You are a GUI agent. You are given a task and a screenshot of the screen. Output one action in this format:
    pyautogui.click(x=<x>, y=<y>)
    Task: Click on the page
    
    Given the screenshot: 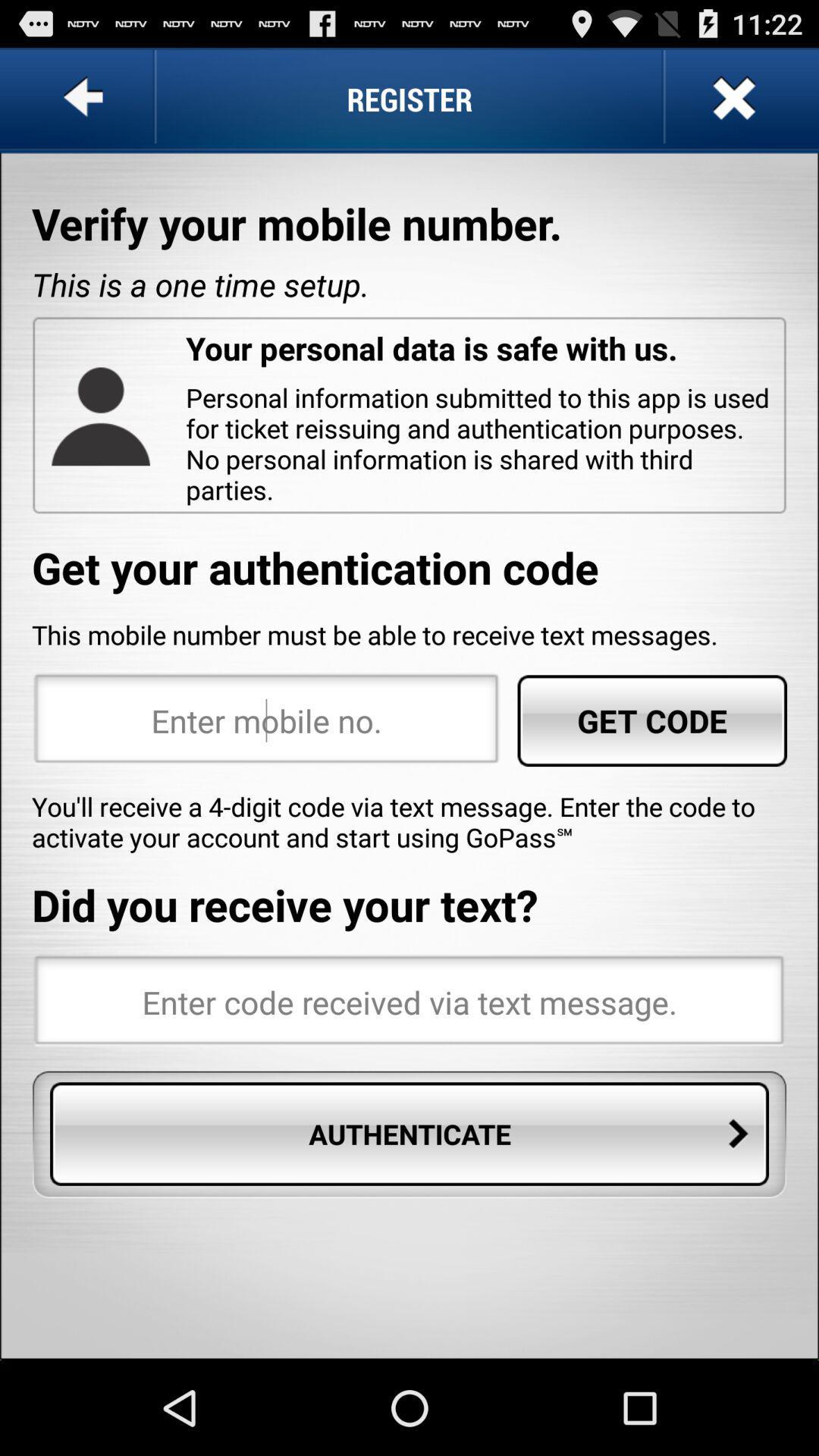 What is the action you would take?
    pyautogui.click(x=731, y=98)
    